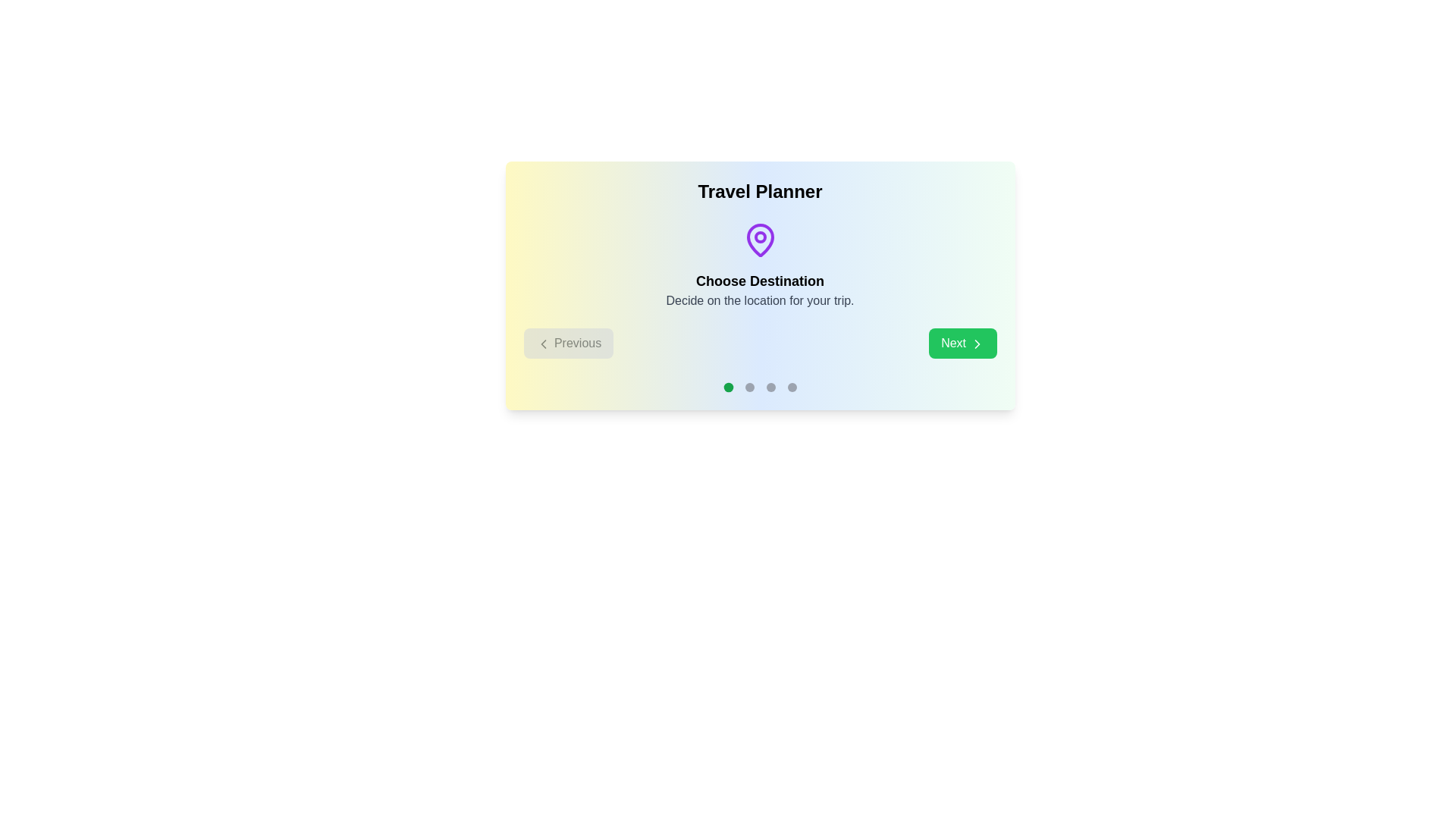 This screenshot has width=1456, height=819. What do you see at coordinates (749, 386) in the screenshot?
I see `the second gray navigation dot located beneath the 'Travel Planner' section` at bounding box center [749, 386].